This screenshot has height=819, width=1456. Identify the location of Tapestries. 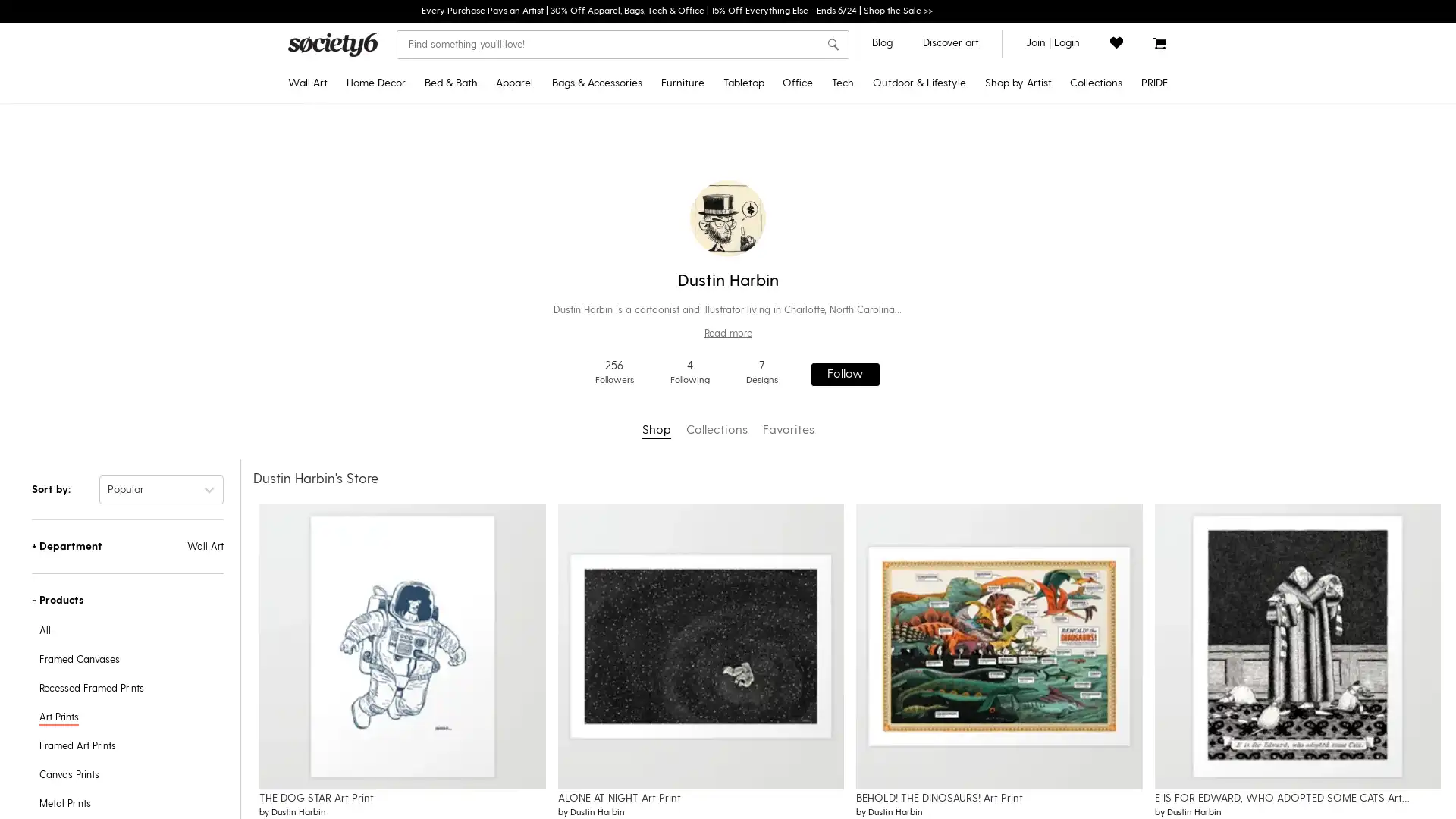
(356, 243).